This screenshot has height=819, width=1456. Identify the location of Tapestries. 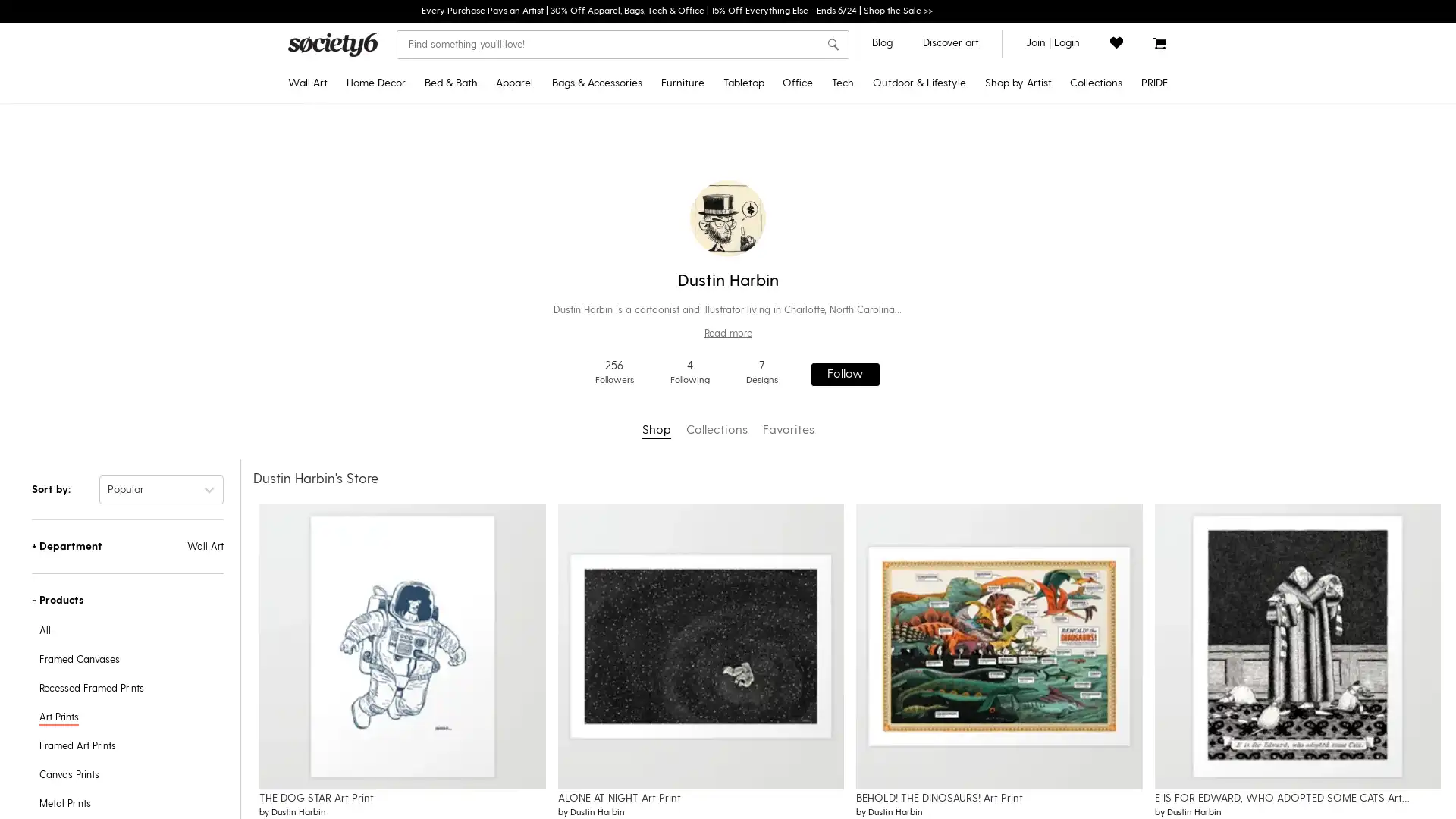
(356, 243).